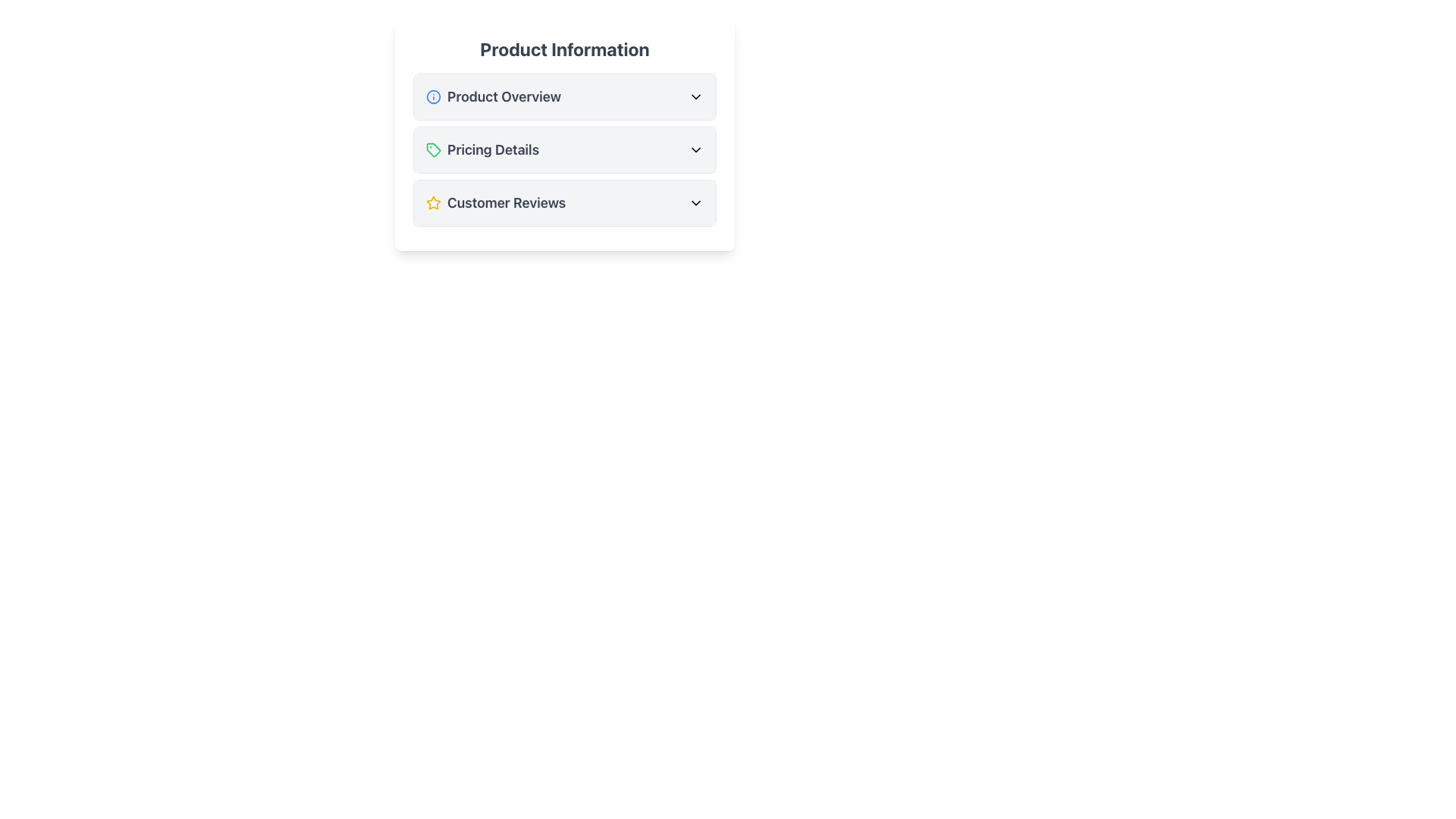 Image resolution: width=1456 pixels, height=819 pixels. I want to click on the tag icon with a green border located in the second list item labeled 'Pricing Details' under 'Product Information', so click(432, 149).